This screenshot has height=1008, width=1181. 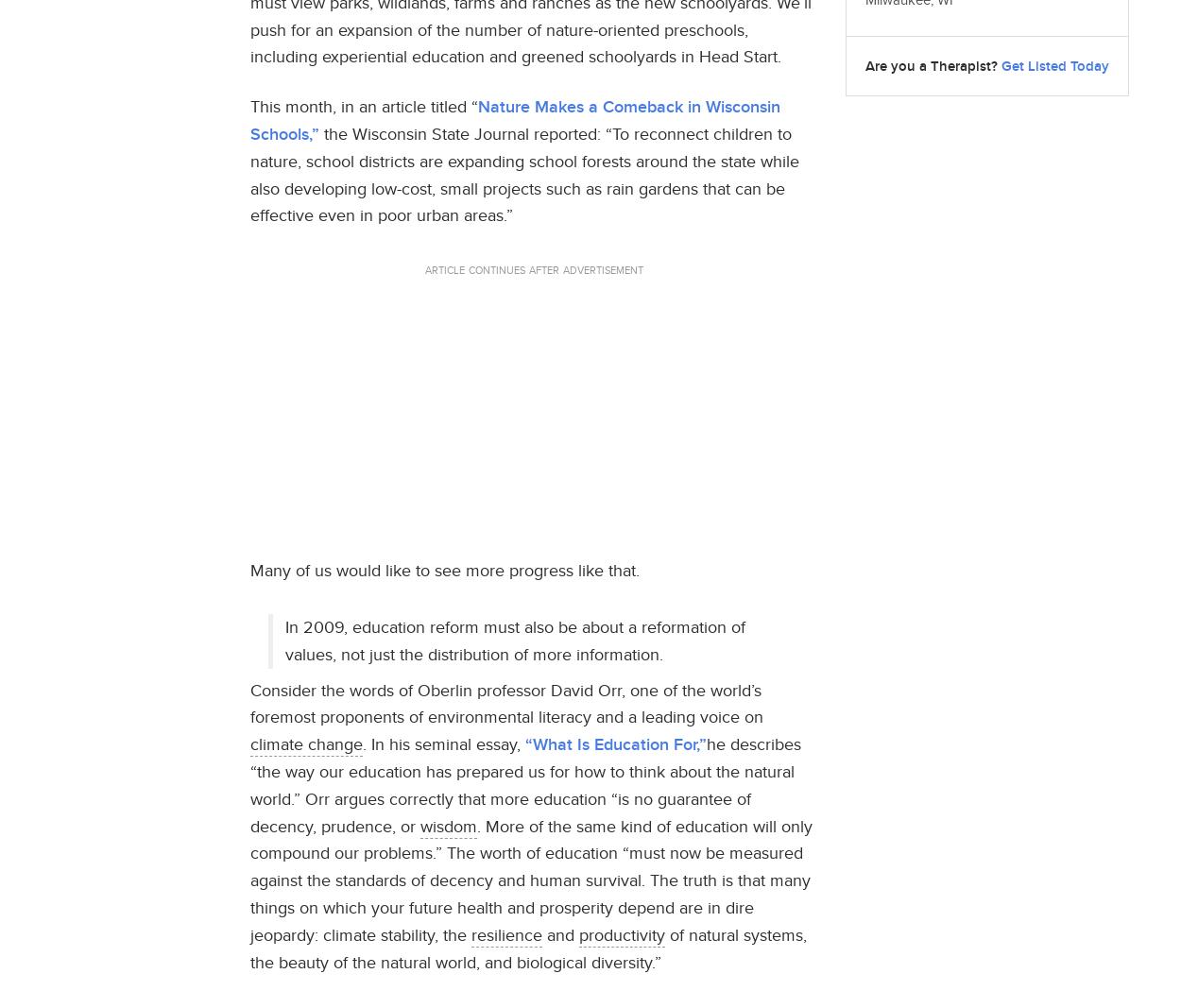 What do you see at coordinates (531, 879) in the screenshot?
I see `'. More of the same kind of education will only compound our problems.” The worth of education “must now be measured against the standards of decency and human survival. The truth is that many things on which your future health and prosperity depend are in dire jeopardy: climate stability, the'` at bounding box center [531, 879].